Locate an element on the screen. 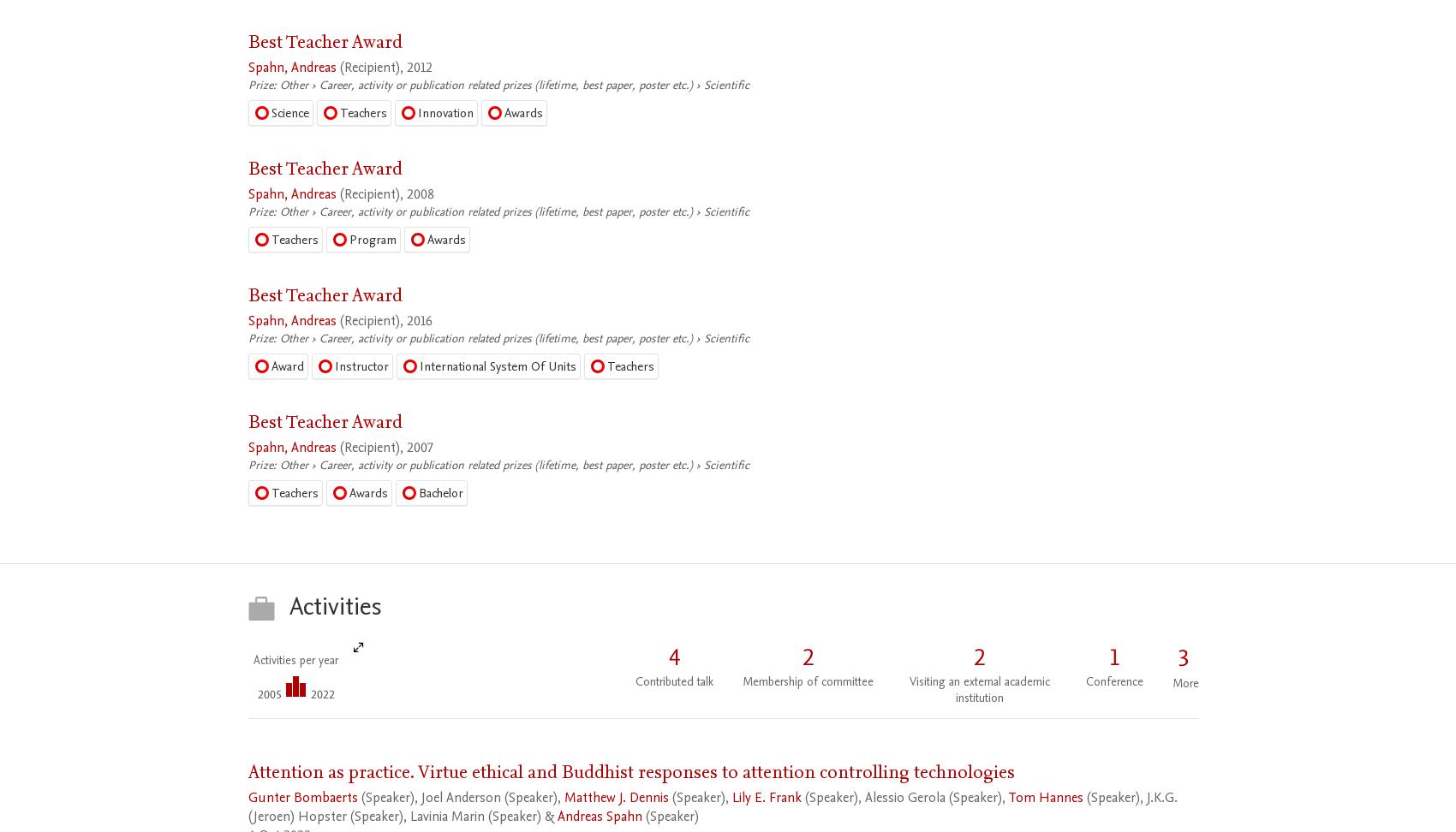 Image resolution: width=1456 pixels, height=832 pixels. '2008' is located at coordinates (420, 193).